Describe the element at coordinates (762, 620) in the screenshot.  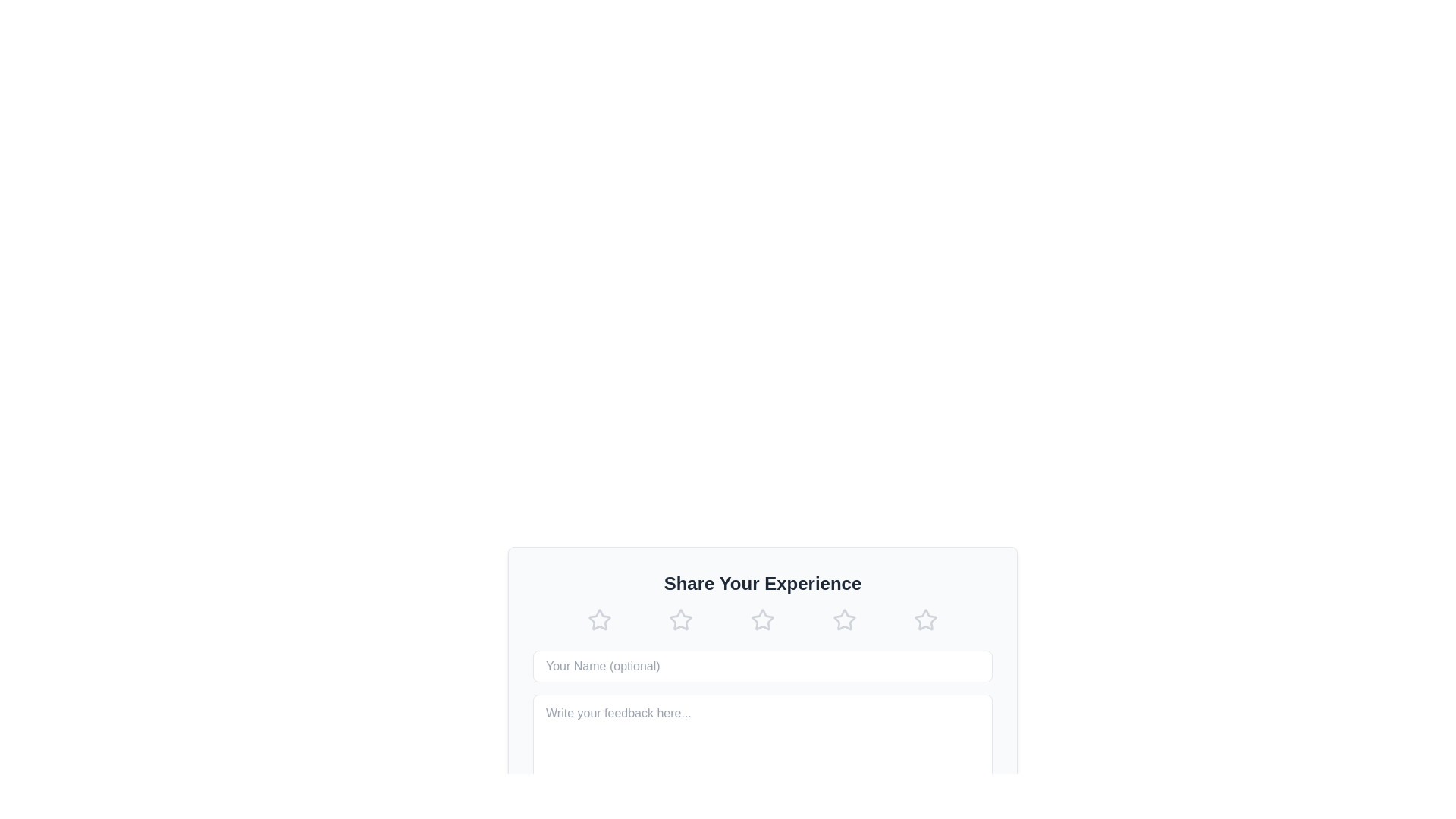
I see `the third star rating button in the star rating system` at that location.